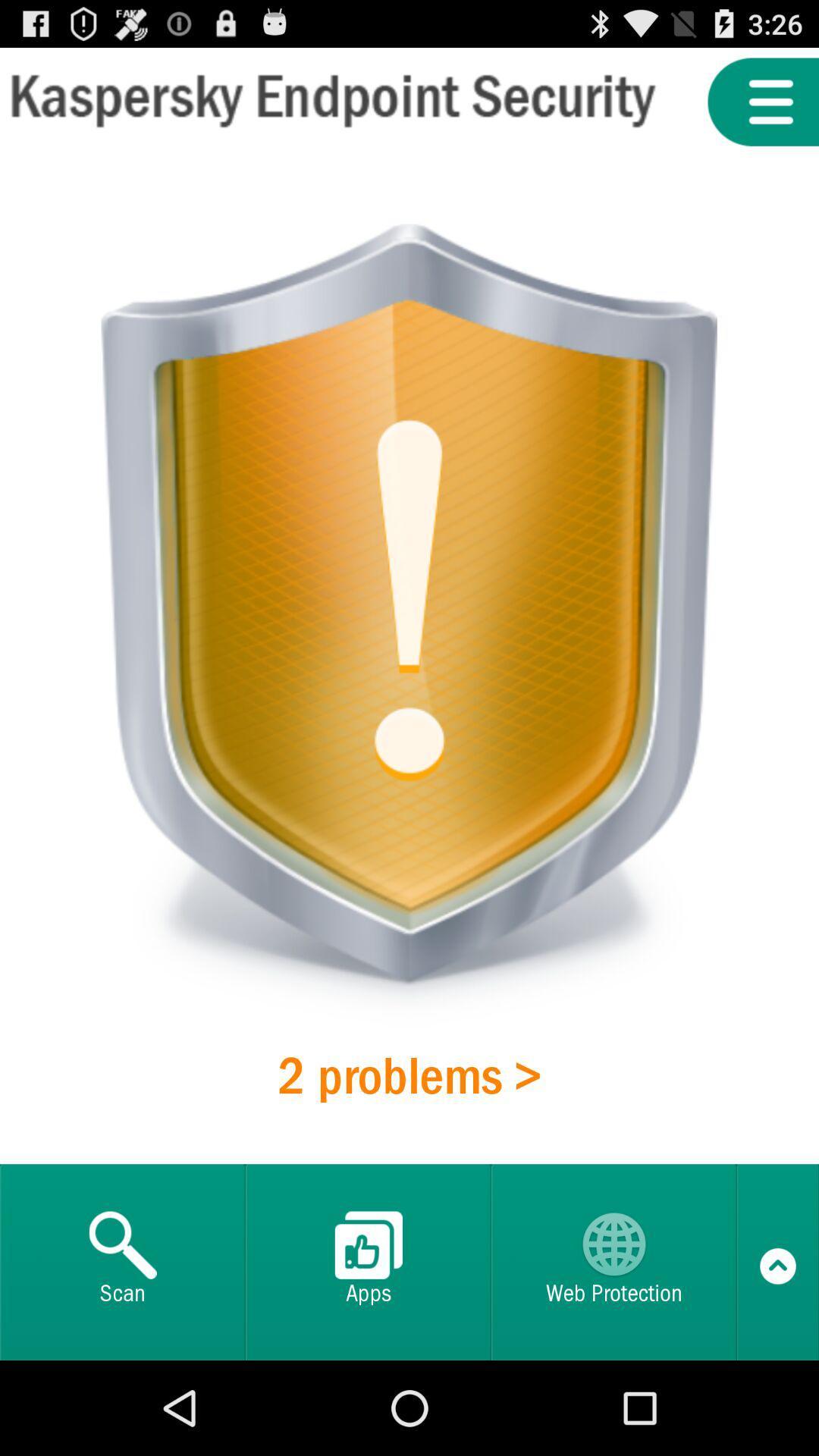 Image resolution: width=819 pixels, height=1456 pixels. What do you see at coordinates (763, 101) in the screenshot?
I see `open menu` at bounding box center [763, 101].